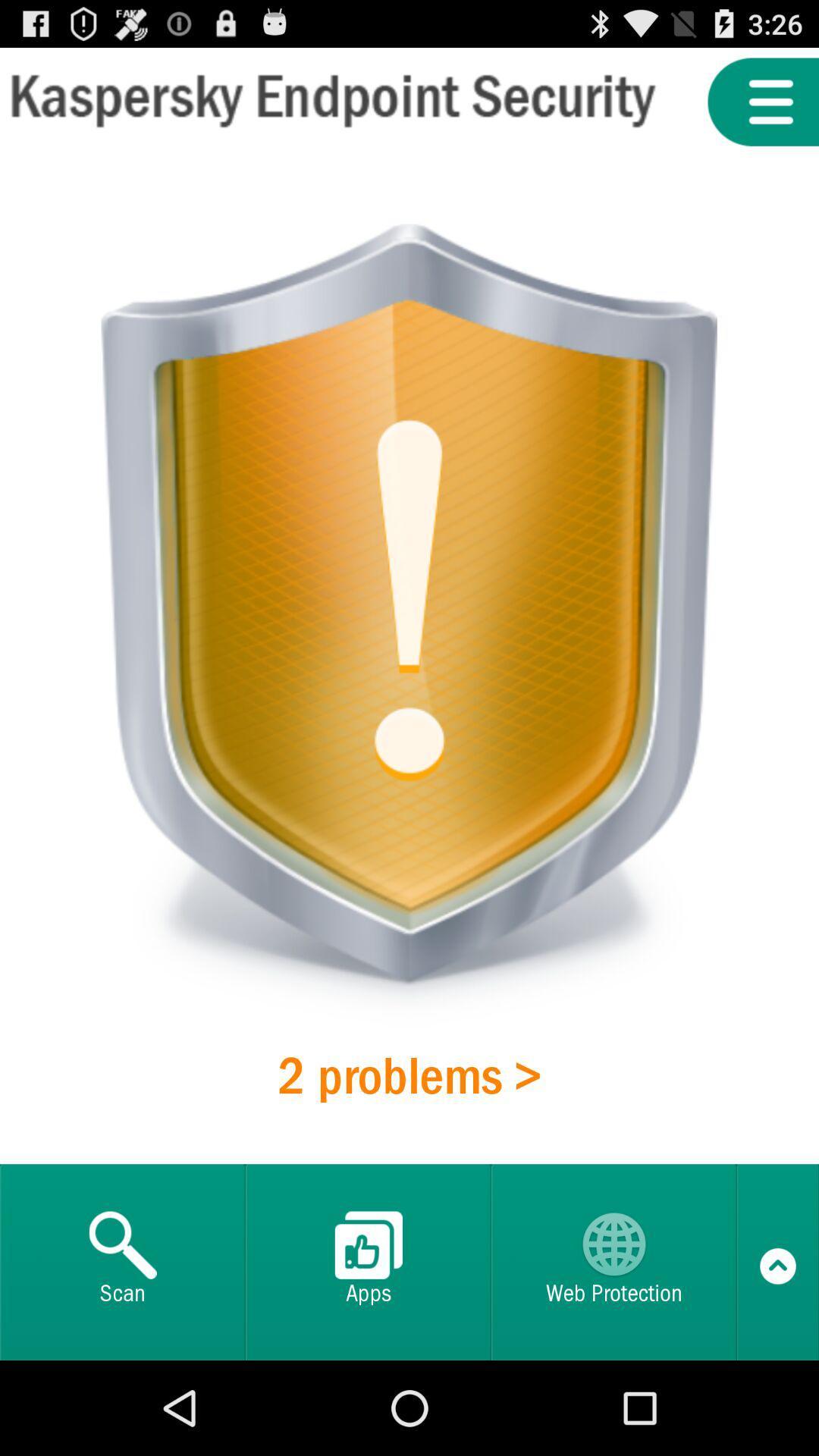 Image resolution: width=819 pixels, height=1456 pixels. What do you see at coordinates (763, 101) in the screenshot?
I see `open menu` at bounding box center [763, 101].